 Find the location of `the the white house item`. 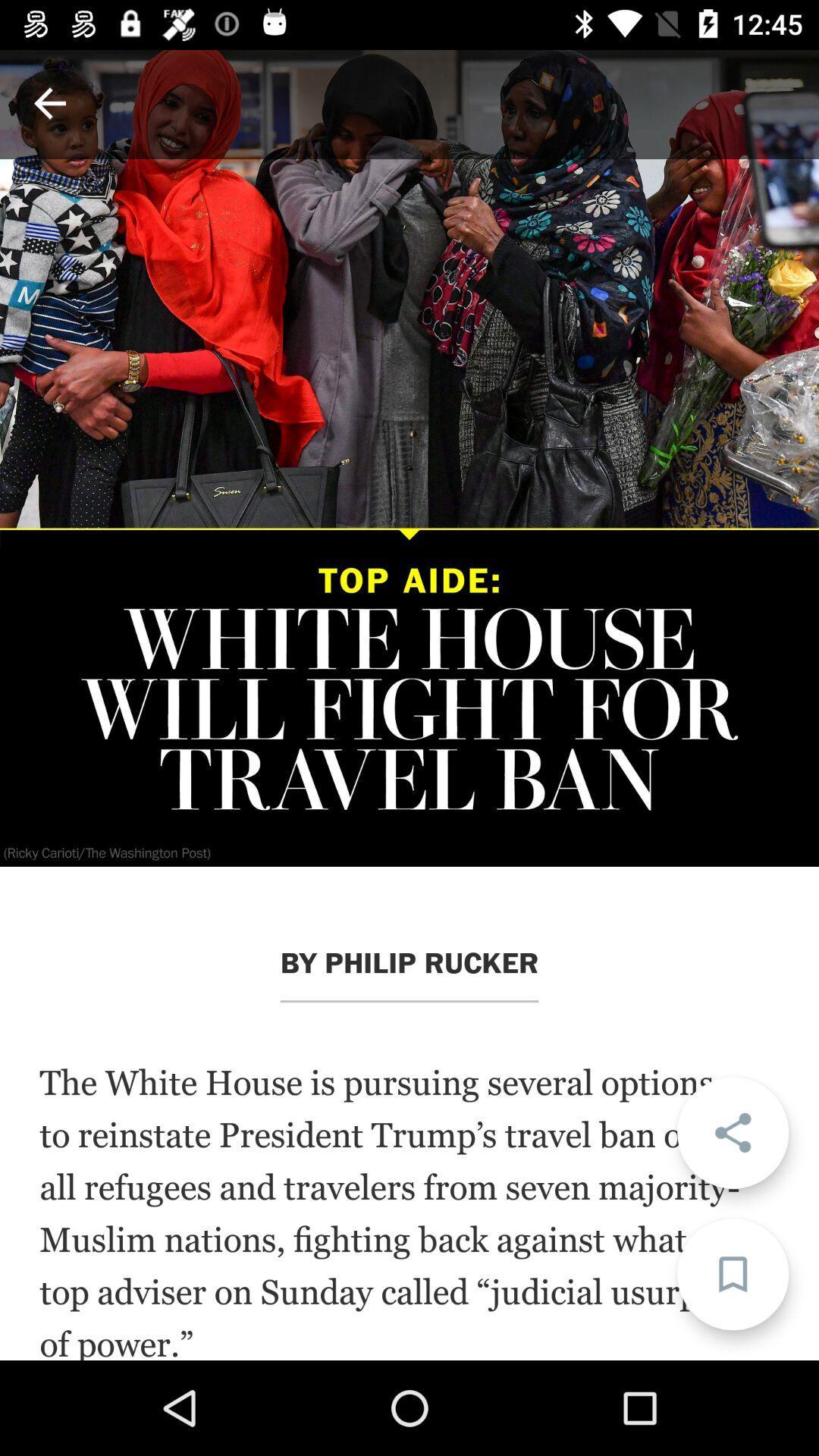

the the white house item is located at coordinates (409, 1210).